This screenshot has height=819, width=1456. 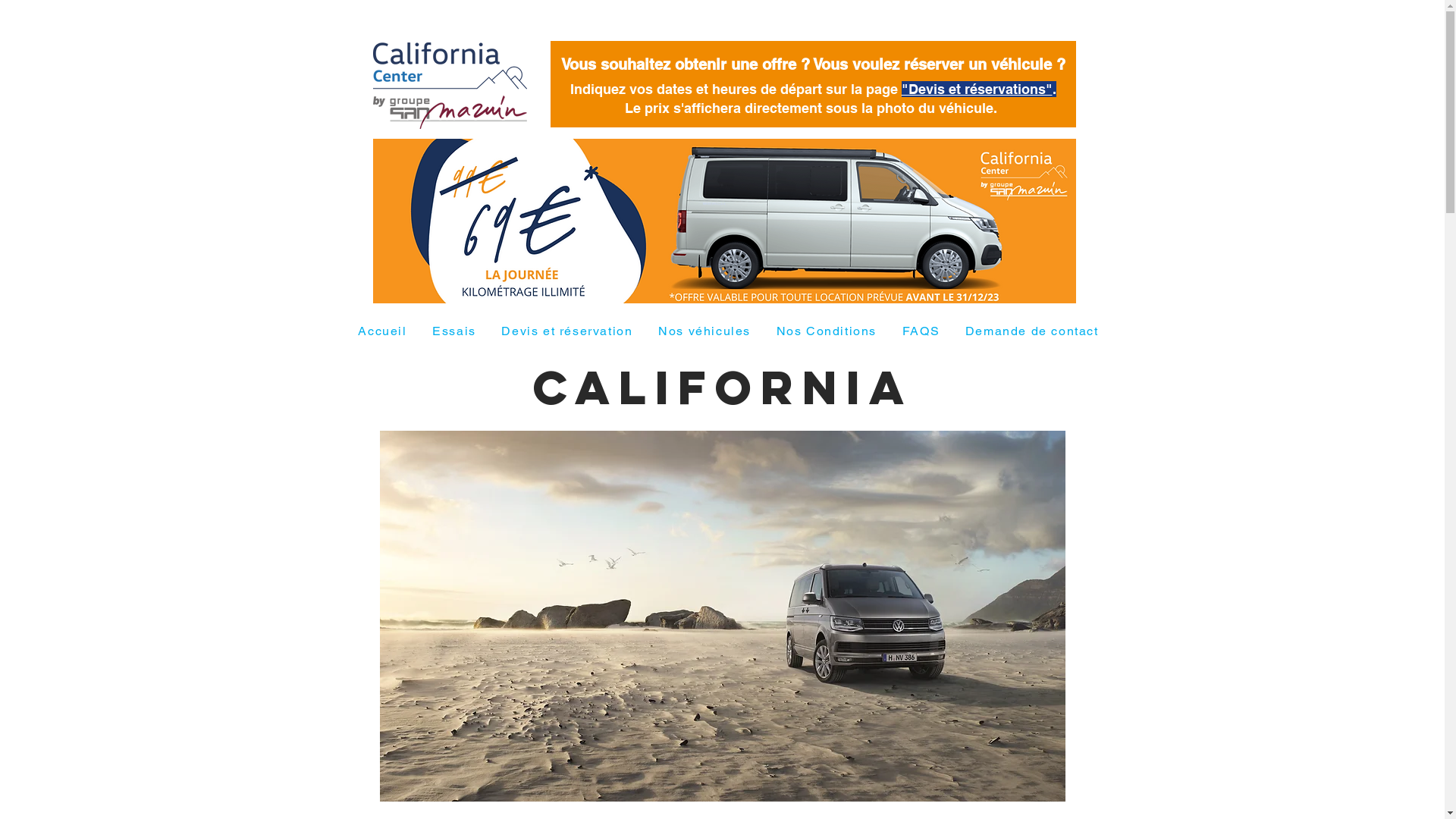 I want to click on 'Demande de contact', so click(x=1031, y=331).